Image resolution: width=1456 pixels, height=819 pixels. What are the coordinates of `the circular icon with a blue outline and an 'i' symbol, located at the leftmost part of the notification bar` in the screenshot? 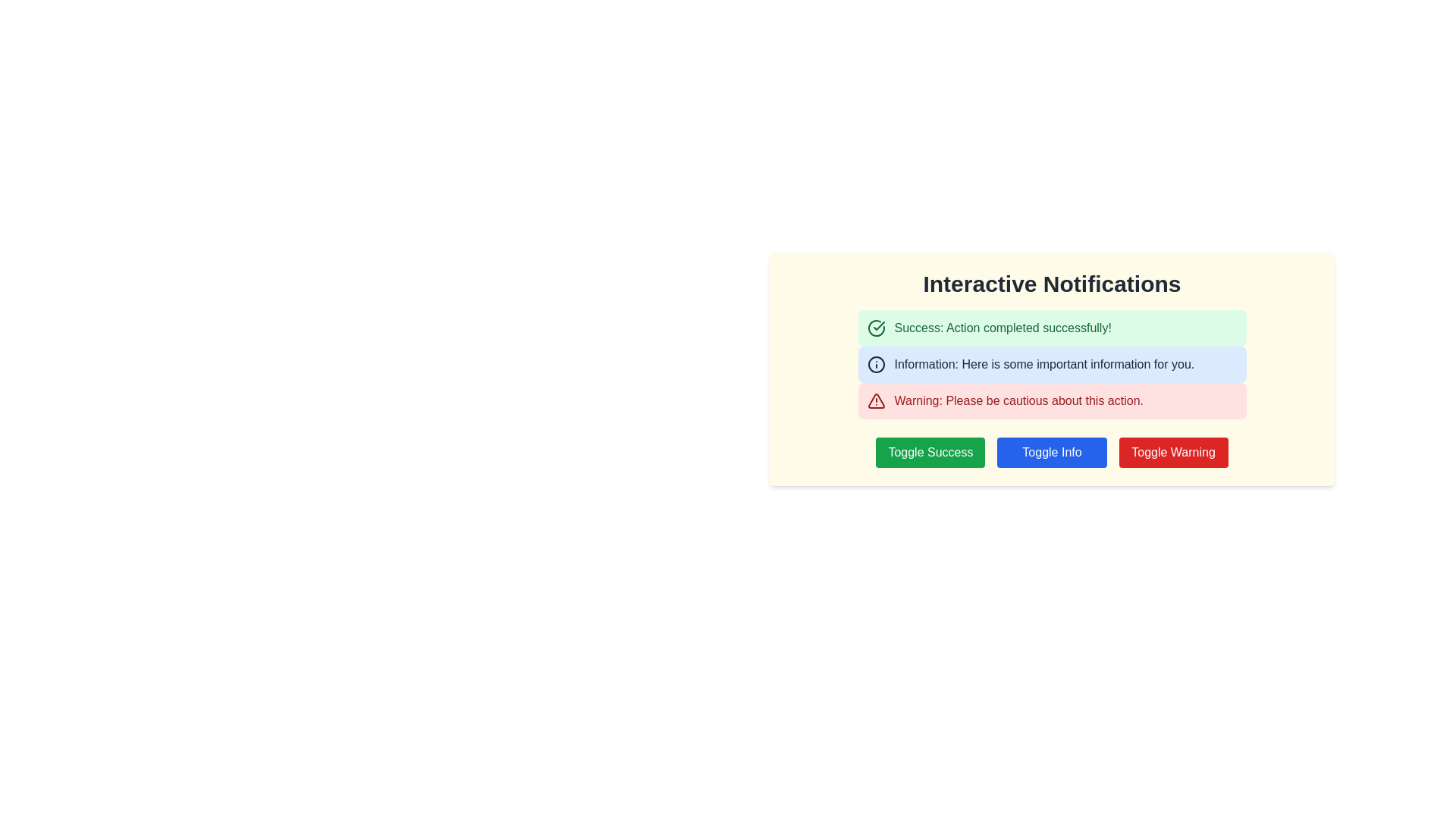 It's located at (876, 365).